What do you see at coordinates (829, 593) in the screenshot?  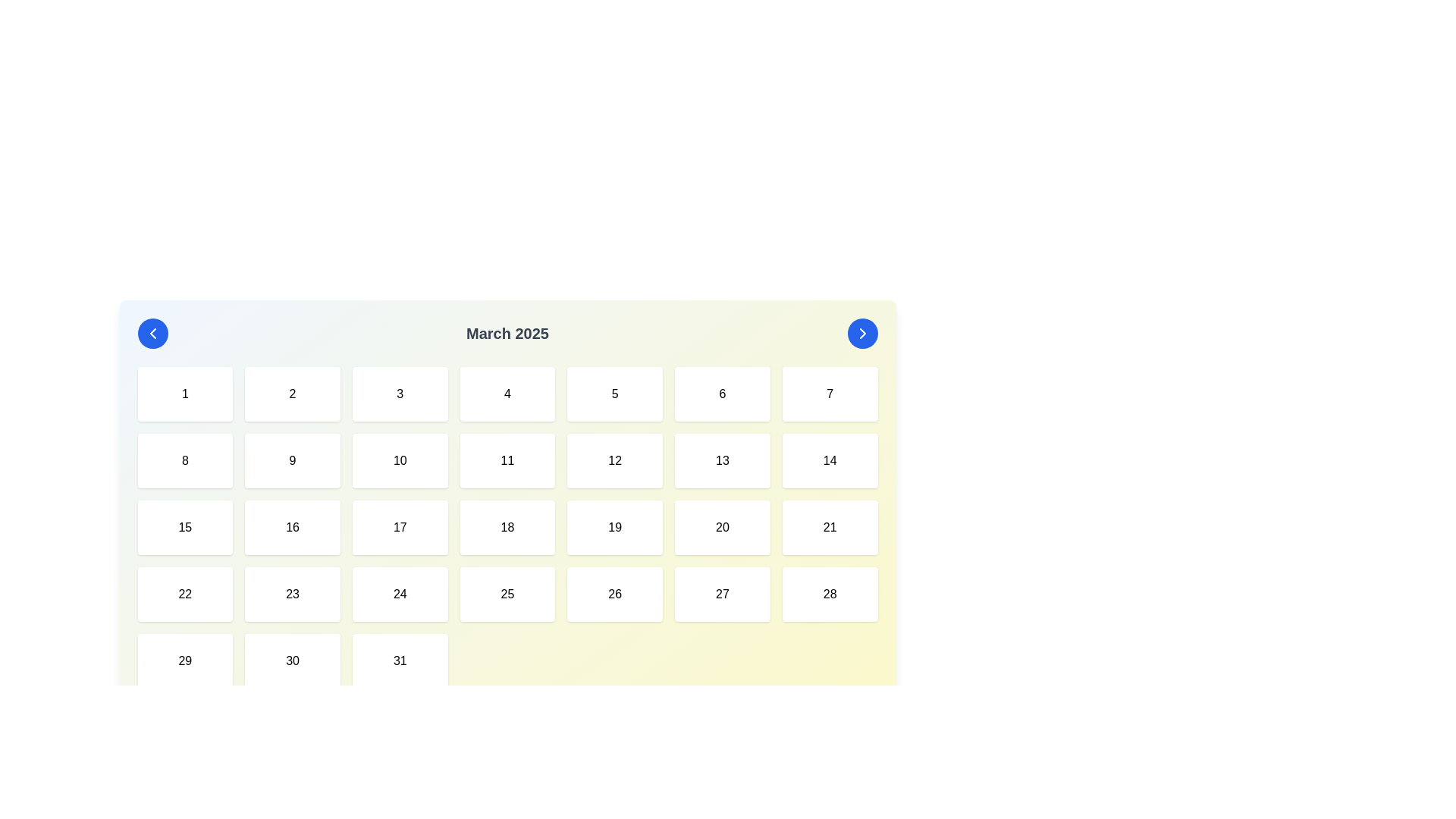 I see `the clickable grid cell representing the date '28' in the calendar layout for March 2025` at bounding box center [829, 593].